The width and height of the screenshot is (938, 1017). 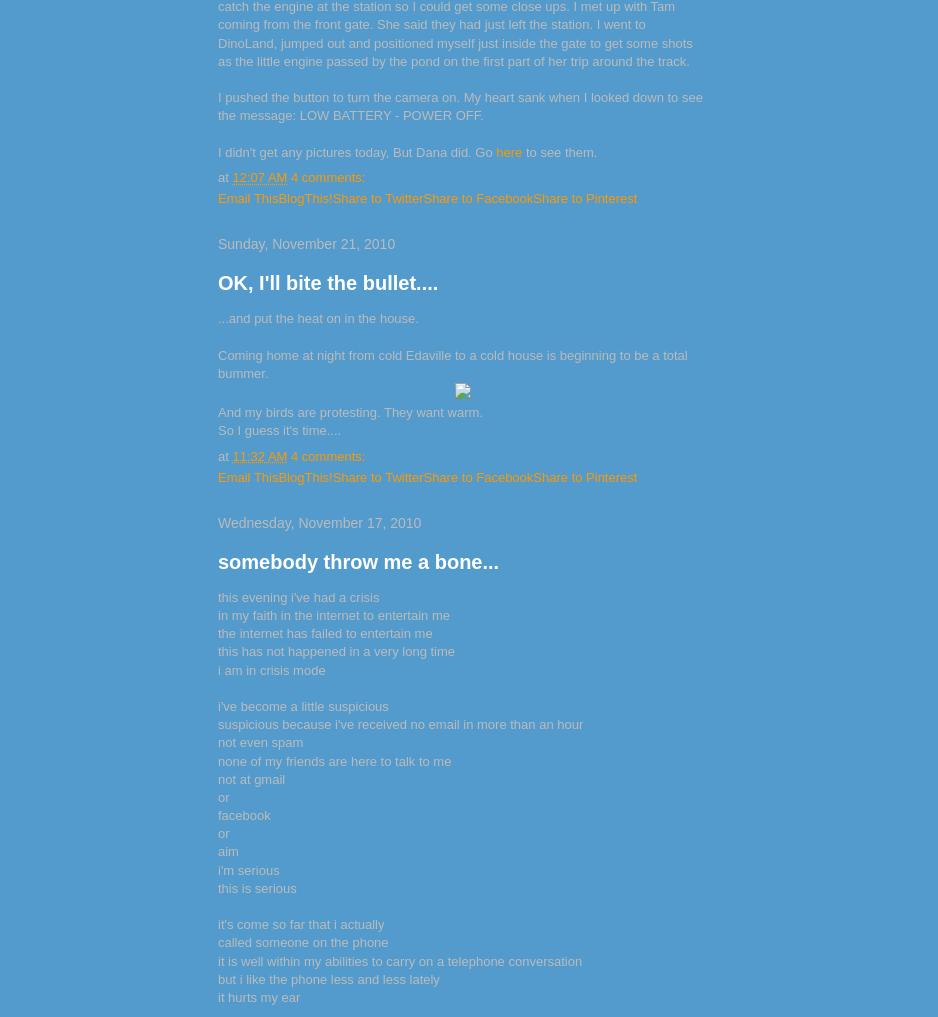 What do you see at coordinates (451, 362) in the screenshot?
I see `'Coming home at night from cold Edaville to a cold house is beginning to be a total bummer.'` at bounding box center [451, 362].